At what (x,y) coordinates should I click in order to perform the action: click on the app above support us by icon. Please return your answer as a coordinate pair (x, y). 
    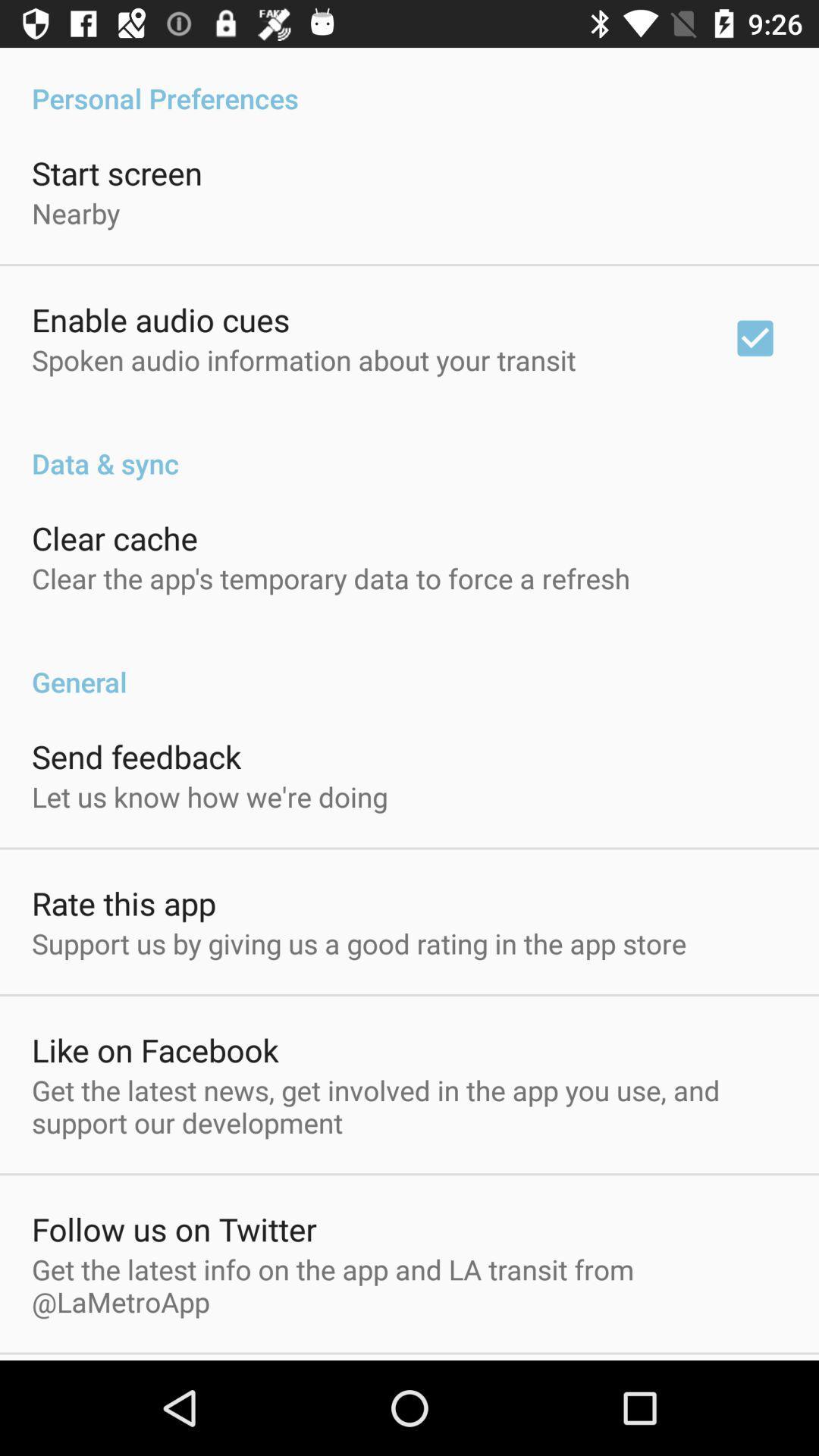
    Looking at the image, I should click on (123, 902).